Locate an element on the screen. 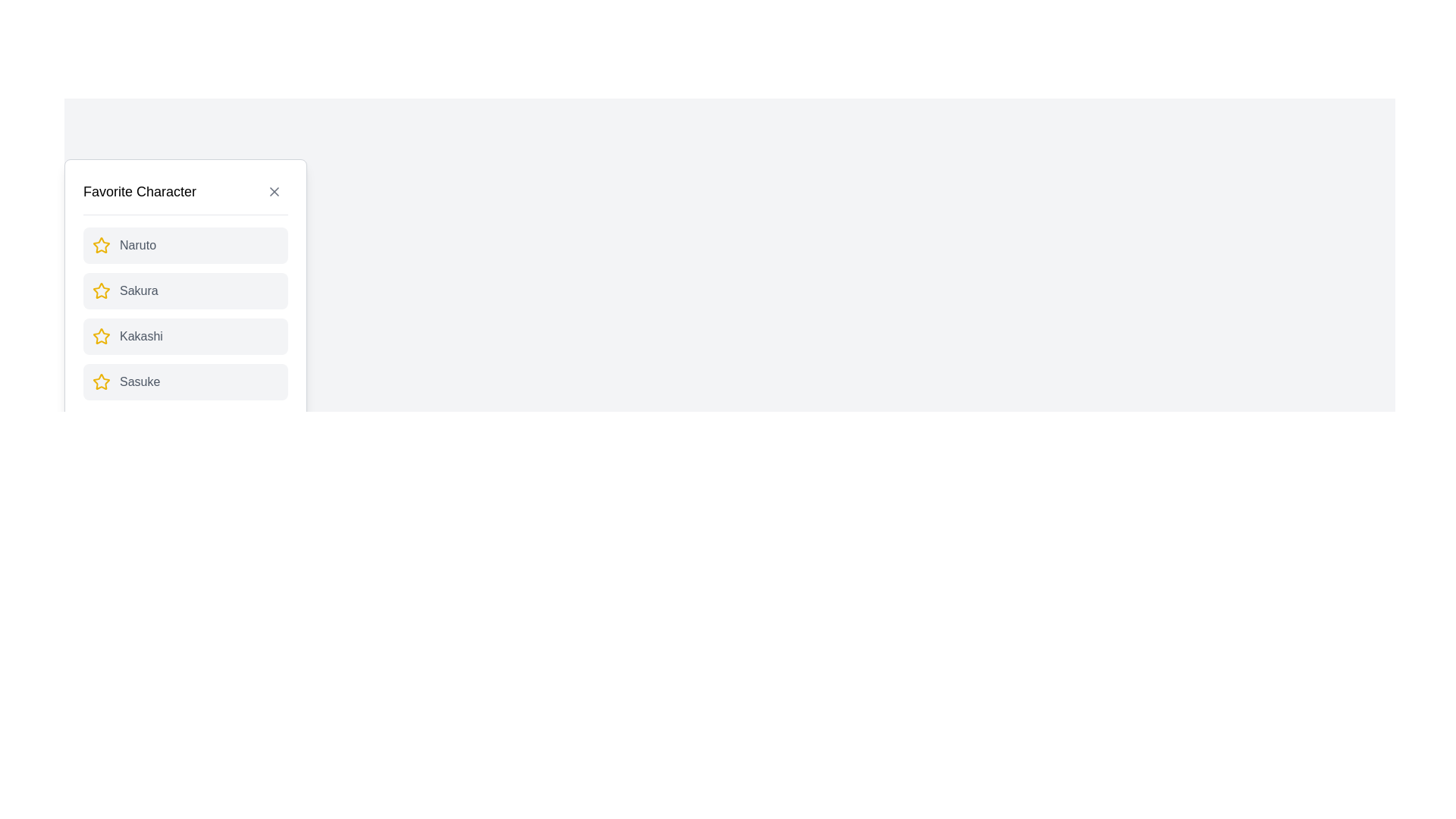 This screenshot has width=1456, height=819. the 'Sasuke' button, which is the last item in a vertically stacked list of buttons is located at coordinates (184, 381).